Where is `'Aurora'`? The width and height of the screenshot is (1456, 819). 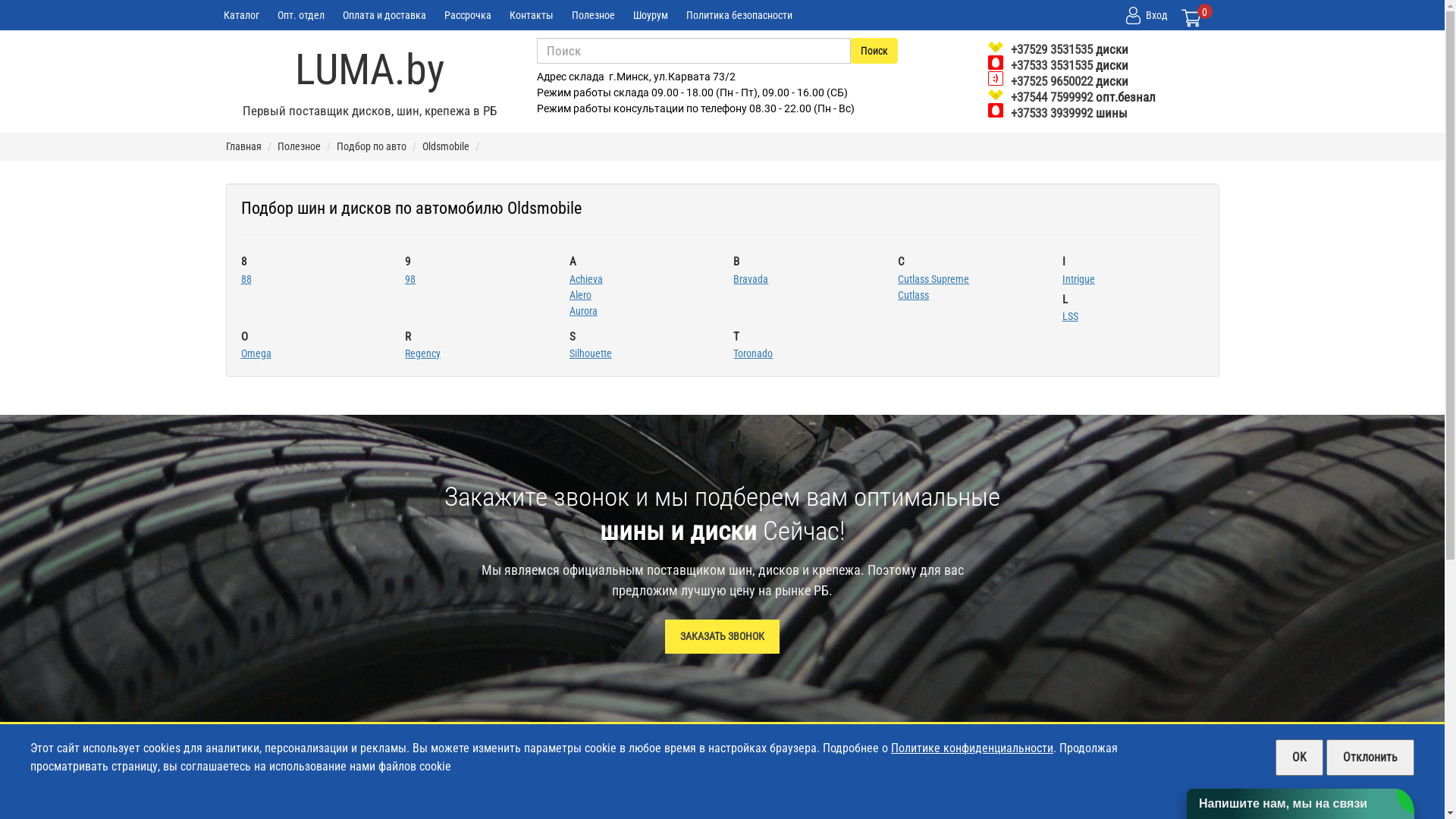 'Aurora' is located at coordinates (582, 309).